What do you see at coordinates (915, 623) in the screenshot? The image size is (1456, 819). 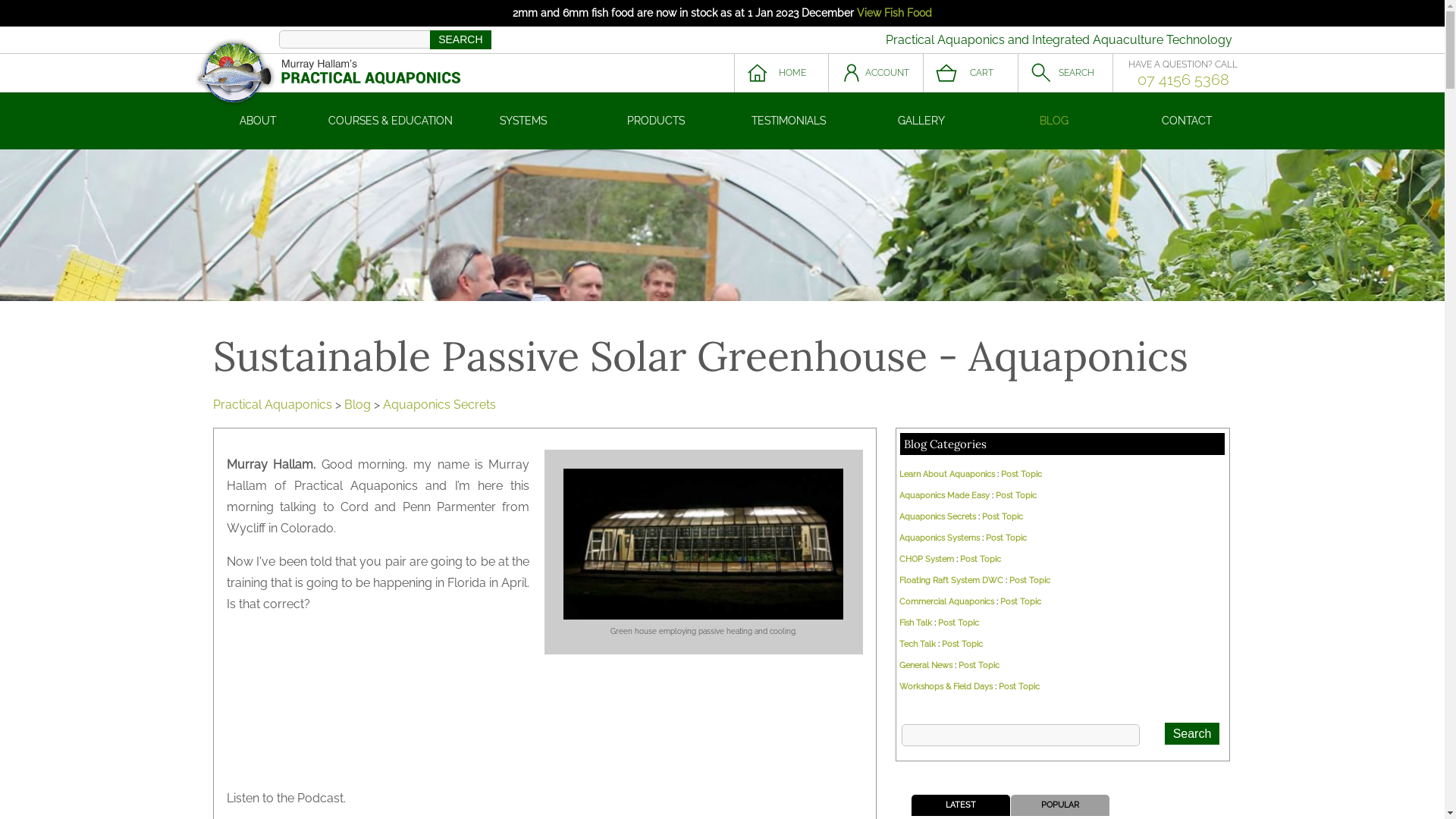 I see `'Fish Talk'` at bounding box center [915, 623].